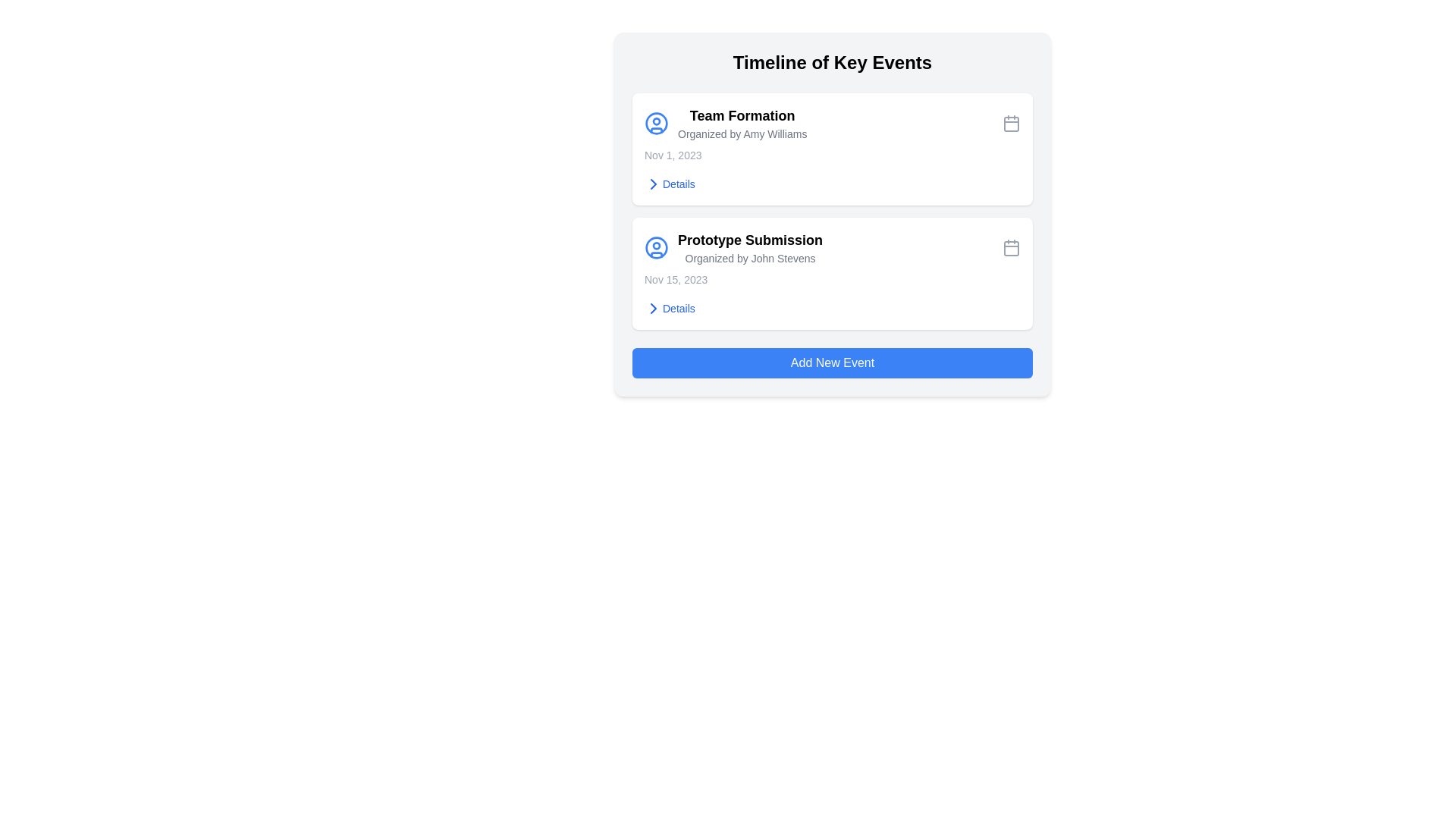 This screenshot has height=819, width=1456. I want to click on keyboard navigation, so click(654, 308).